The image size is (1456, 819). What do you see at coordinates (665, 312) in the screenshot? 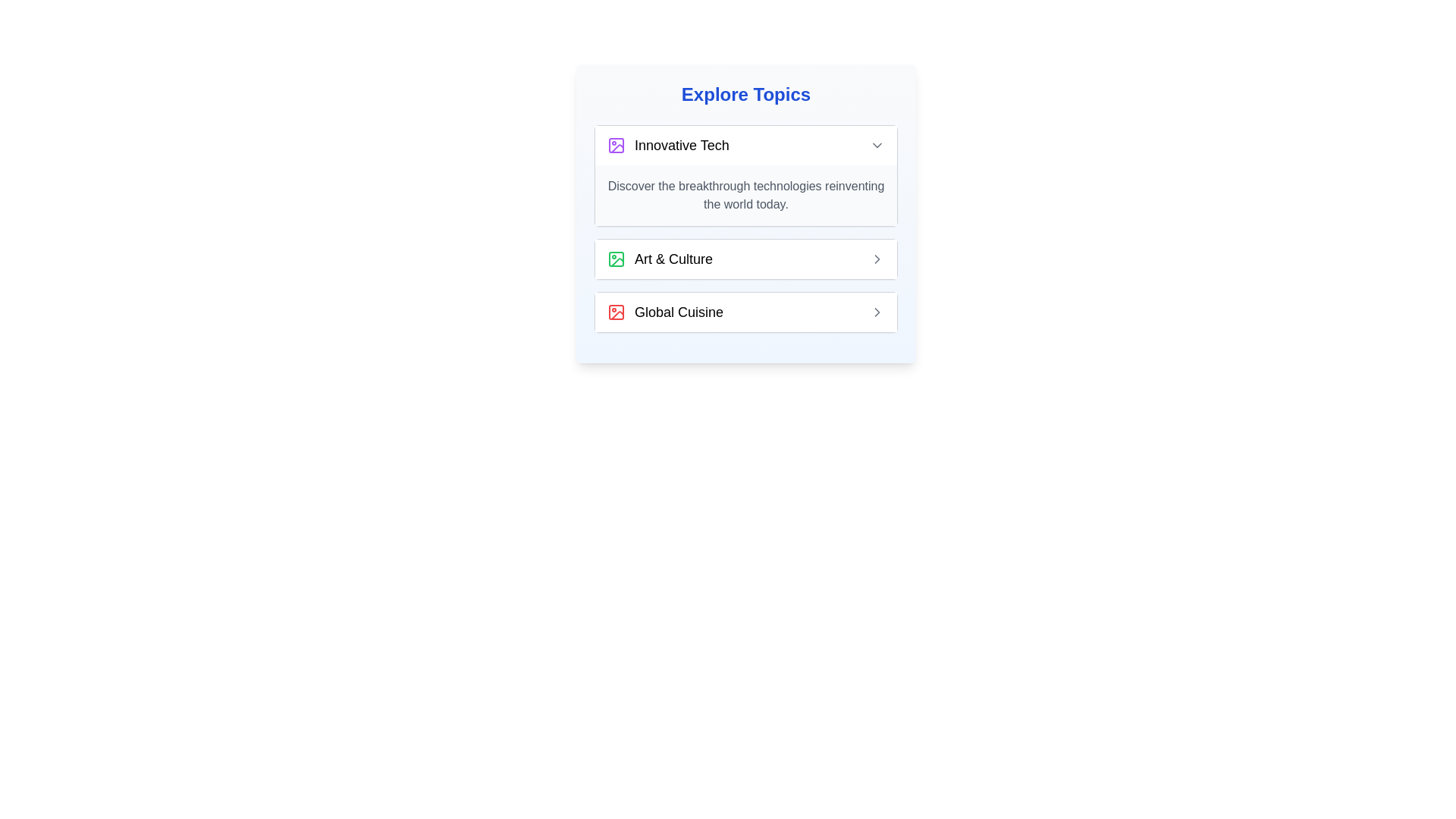
I see `the 'Global Cuisine' link with the red icon` at bounding box center [665, 312].